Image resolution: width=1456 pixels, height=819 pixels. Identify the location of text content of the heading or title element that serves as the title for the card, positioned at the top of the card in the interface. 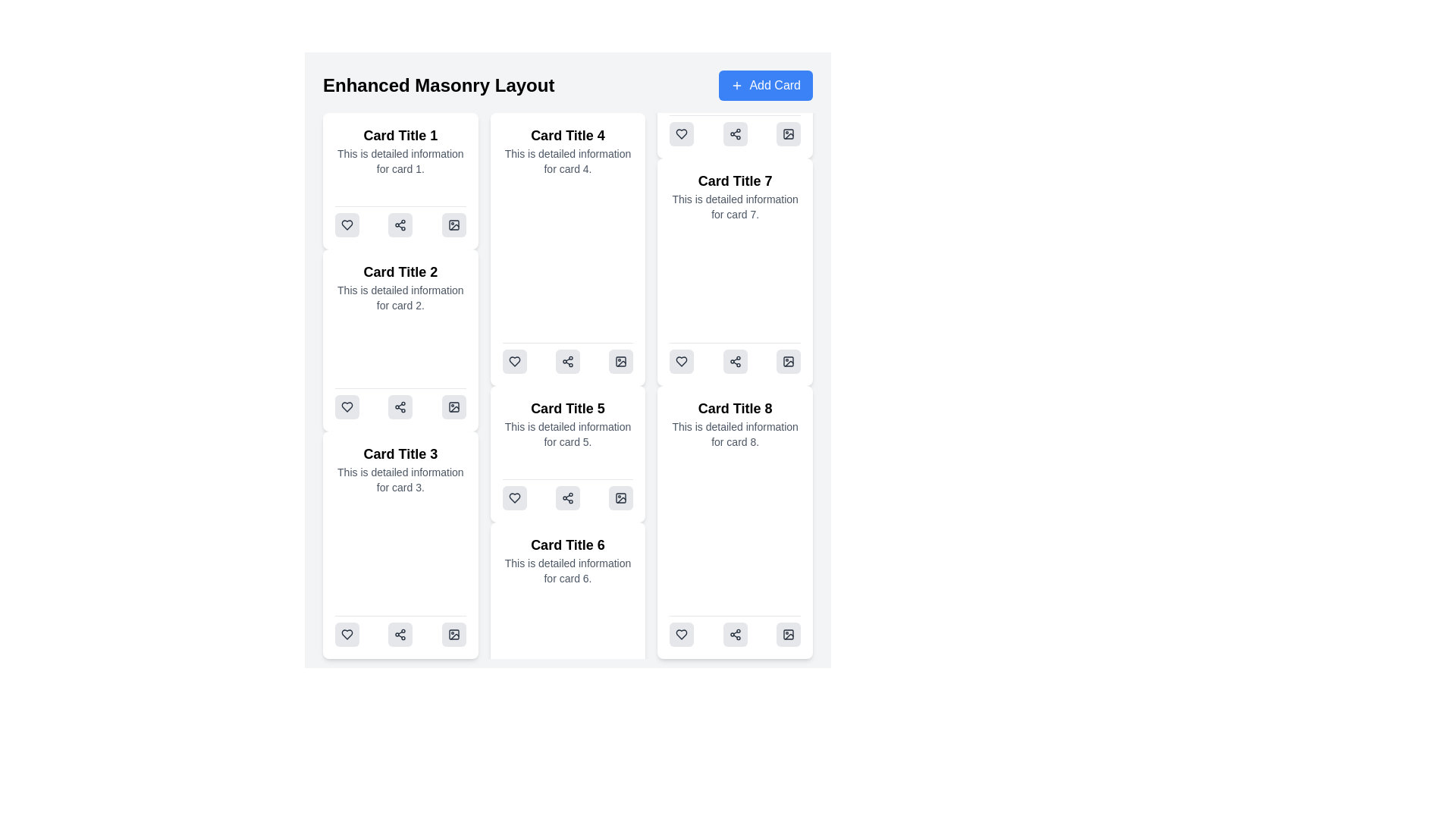
(566, 134).